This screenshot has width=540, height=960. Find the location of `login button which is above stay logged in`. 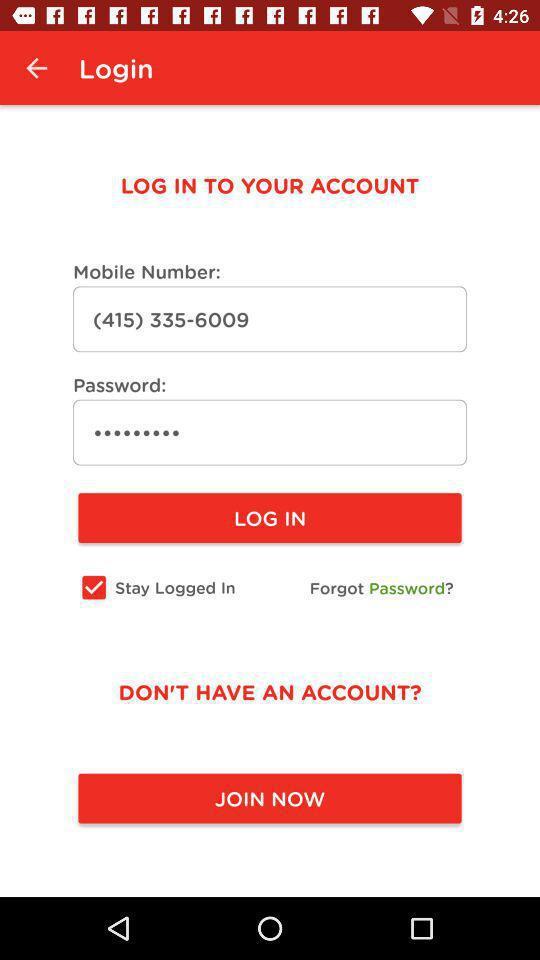

login button which is above stay logged in is located at coordinates (270, 517).